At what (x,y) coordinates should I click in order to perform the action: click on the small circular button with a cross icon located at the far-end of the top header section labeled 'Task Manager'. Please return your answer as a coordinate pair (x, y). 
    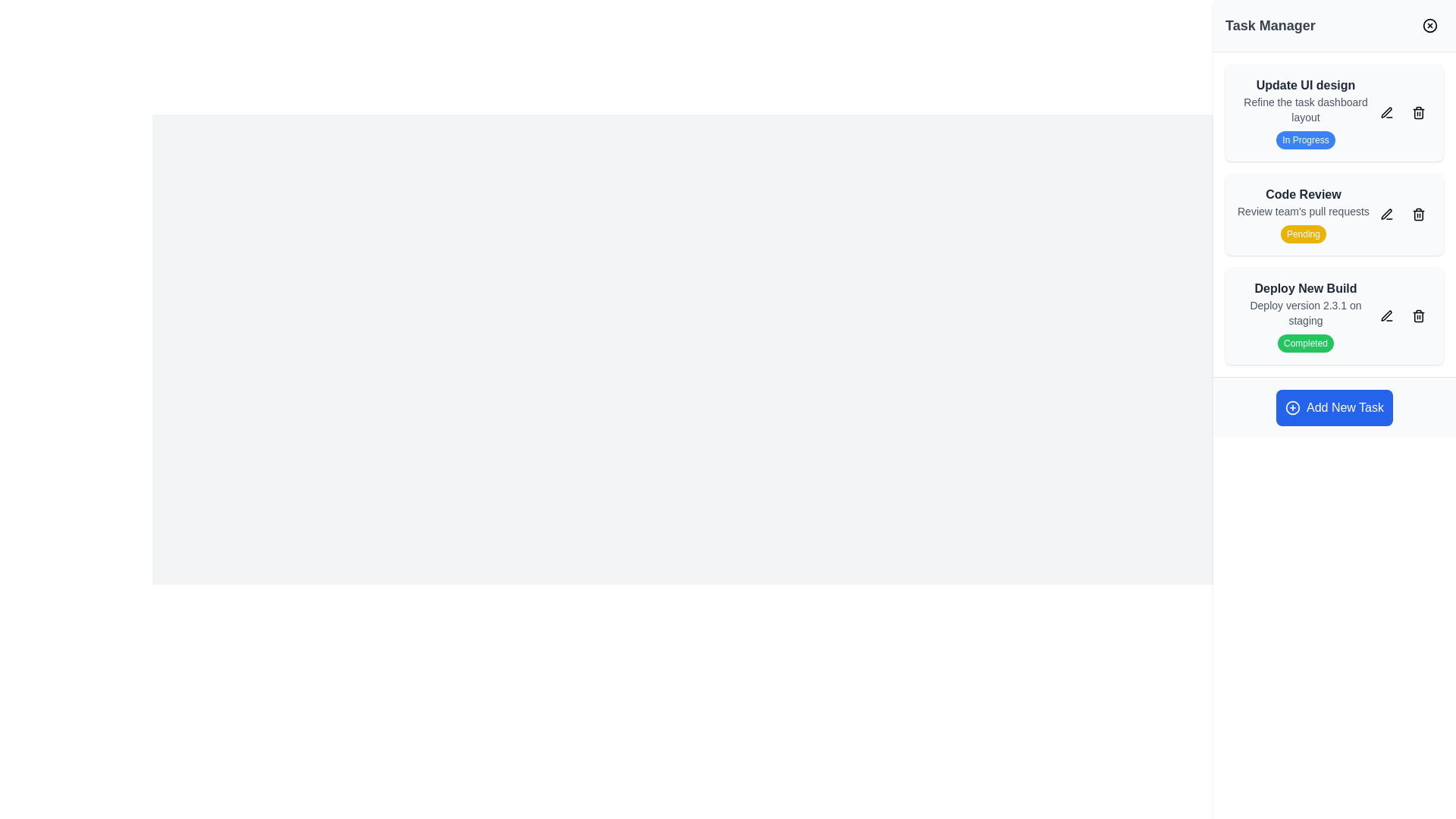
    Looking at the image, I should click on (1429, 26).